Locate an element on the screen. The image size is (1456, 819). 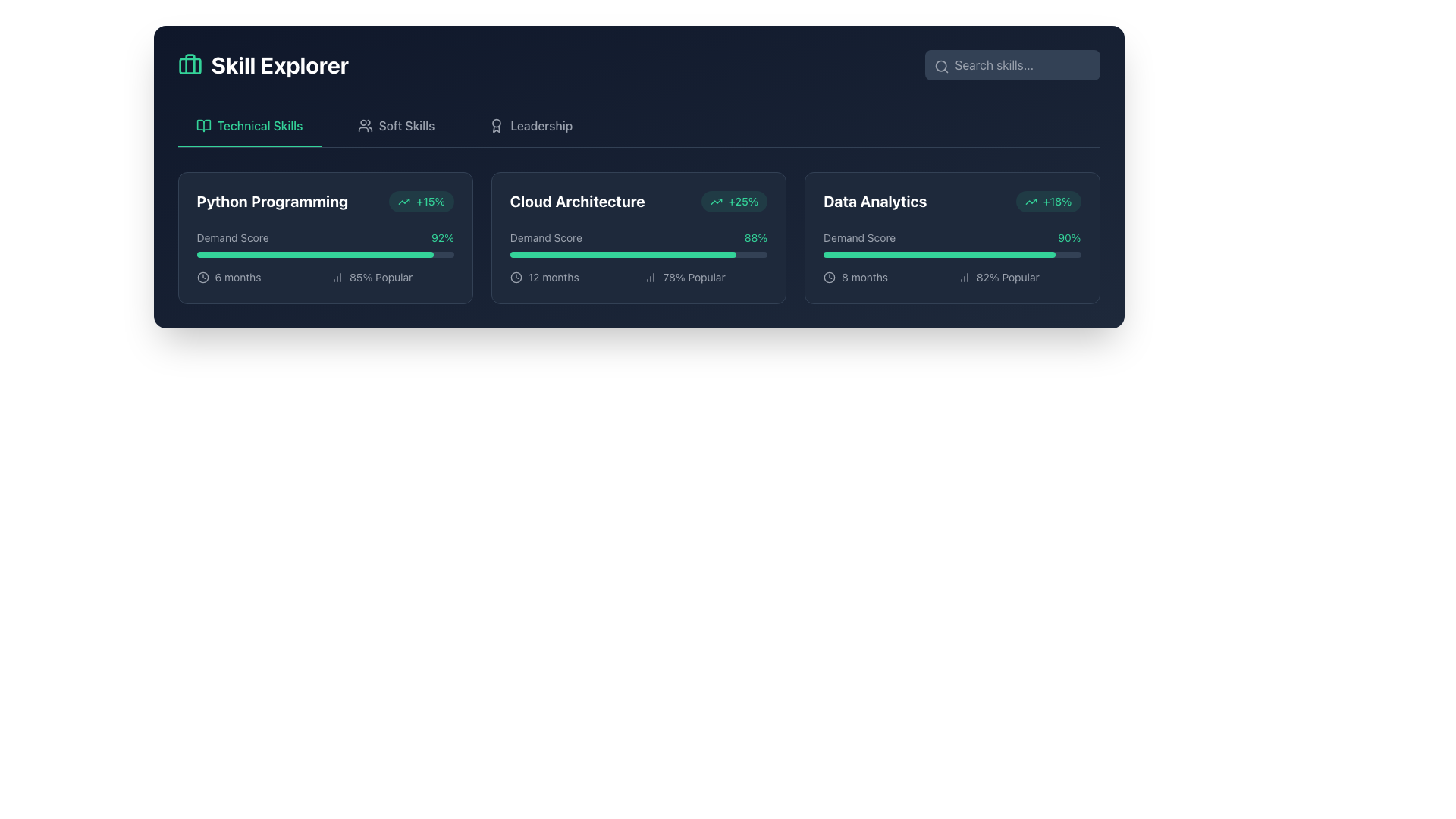
the progress bar located within the 'Cloud Architecture' card, positioned below the 'Demand Score' label and '88%' text, which is a thin horizontal bar partially filled with emerald green is located at coordinates (639, 253).